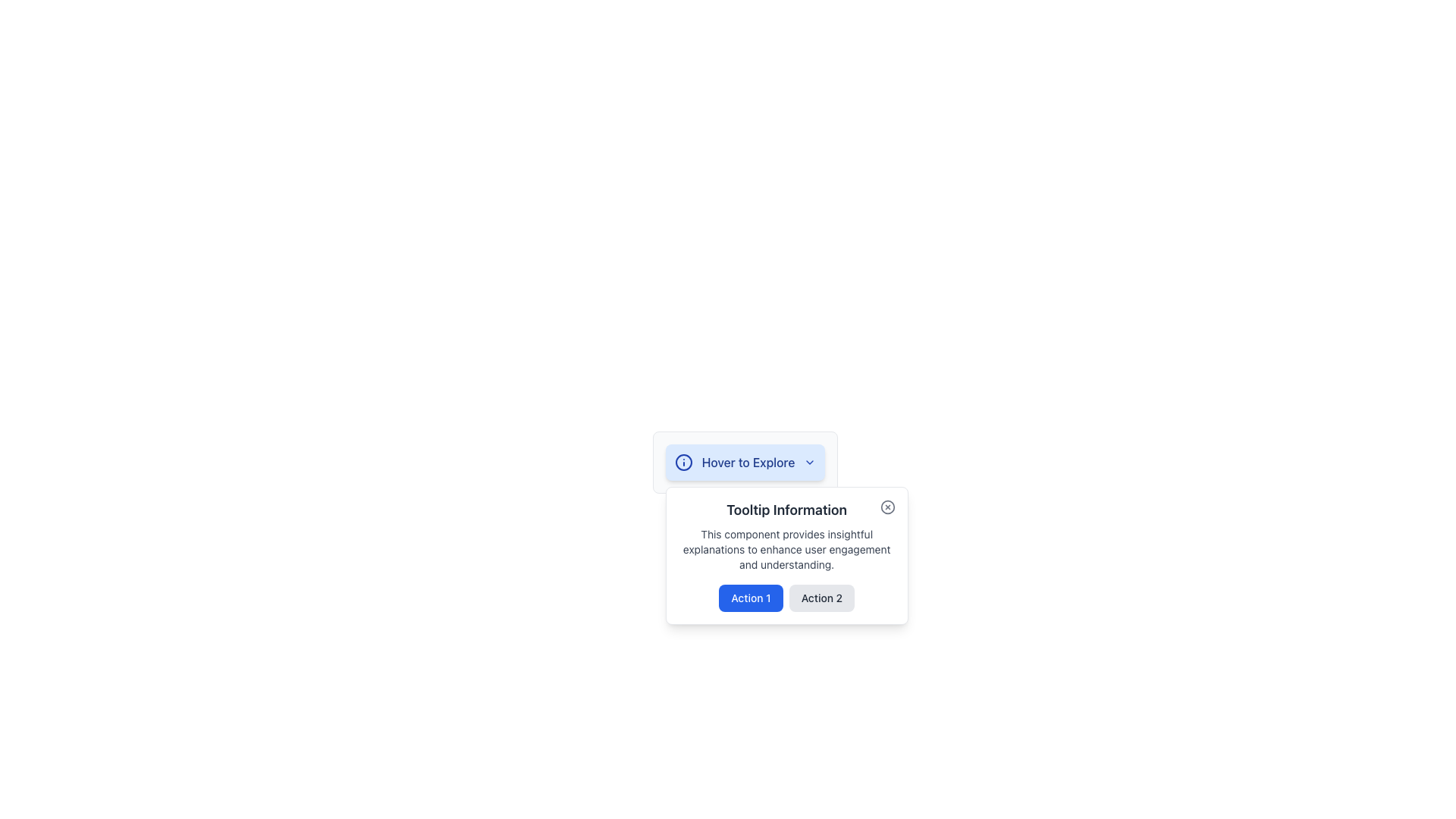 The image size is (1456, 819). I want to click on the text label that says 'Hover, so click(748, 461).